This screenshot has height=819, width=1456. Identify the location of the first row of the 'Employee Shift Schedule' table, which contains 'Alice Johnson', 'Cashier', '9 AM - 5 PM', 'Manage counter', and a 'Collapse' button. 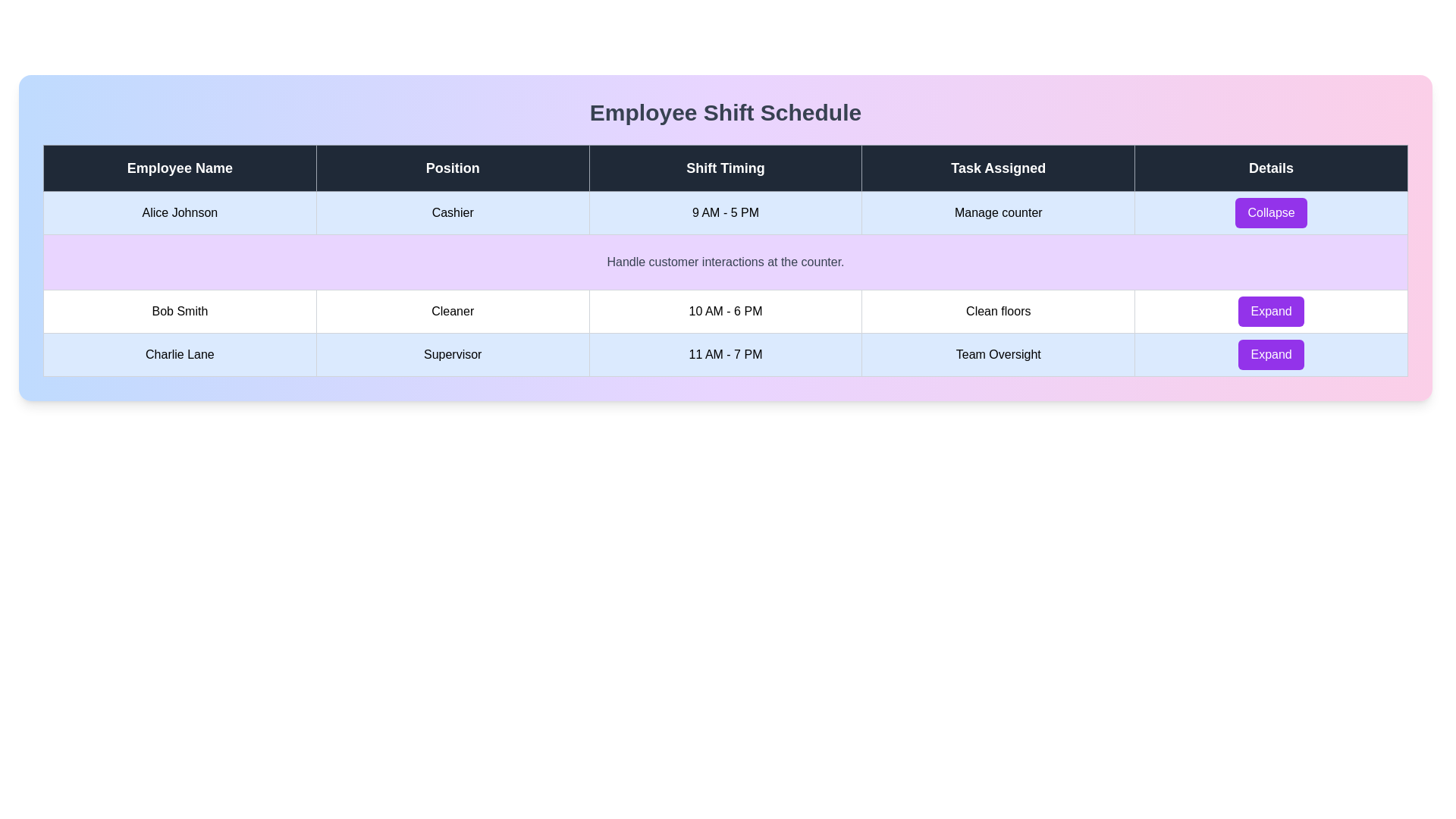
(724, 213).